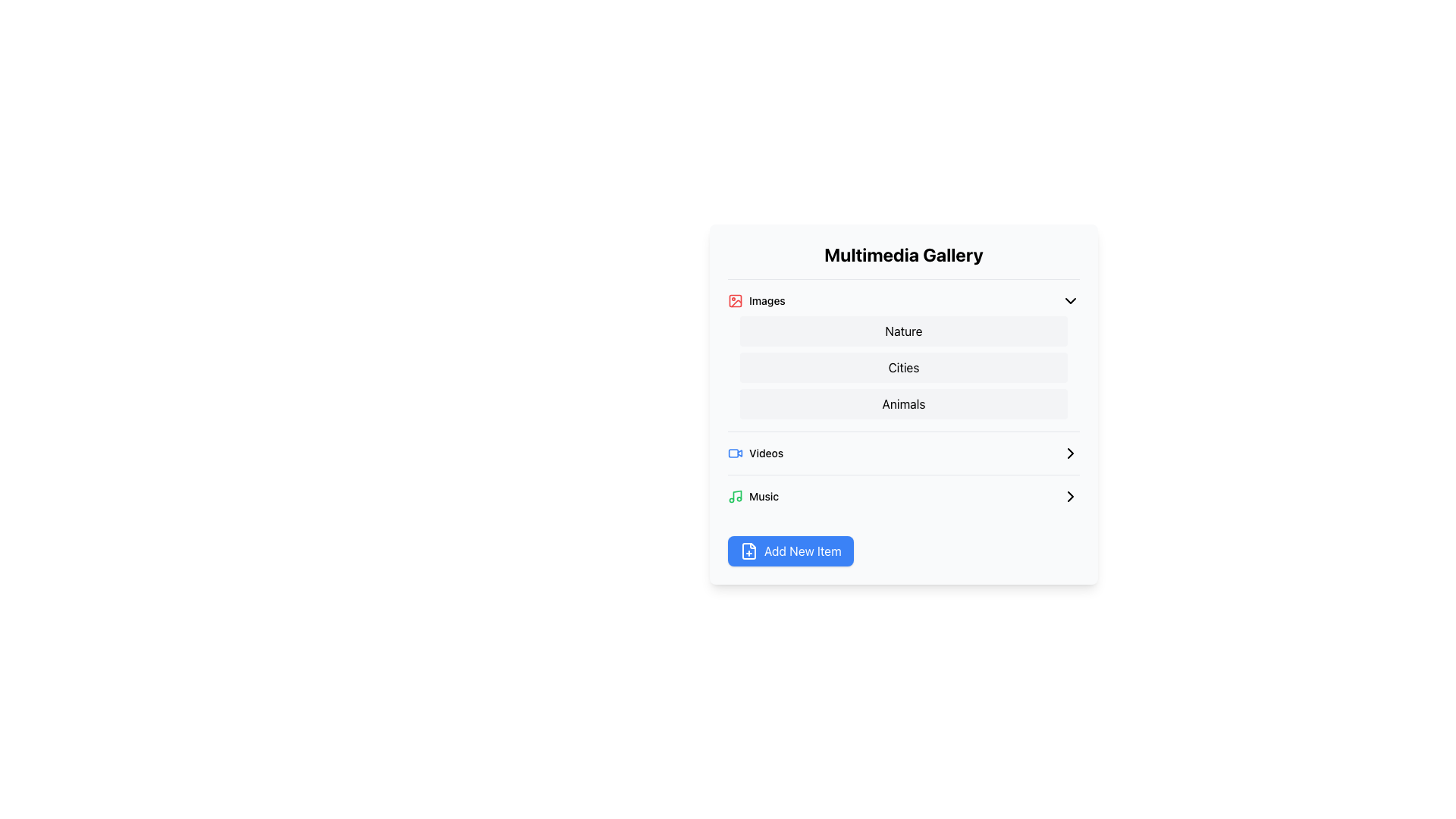 The image size is (1456, 819). What do you see at coordinates (735, 497) in the screenshot?
I see `the 'Music' icon in the 'Multimedia Gallery' menu` at bounding box center [735, 497].